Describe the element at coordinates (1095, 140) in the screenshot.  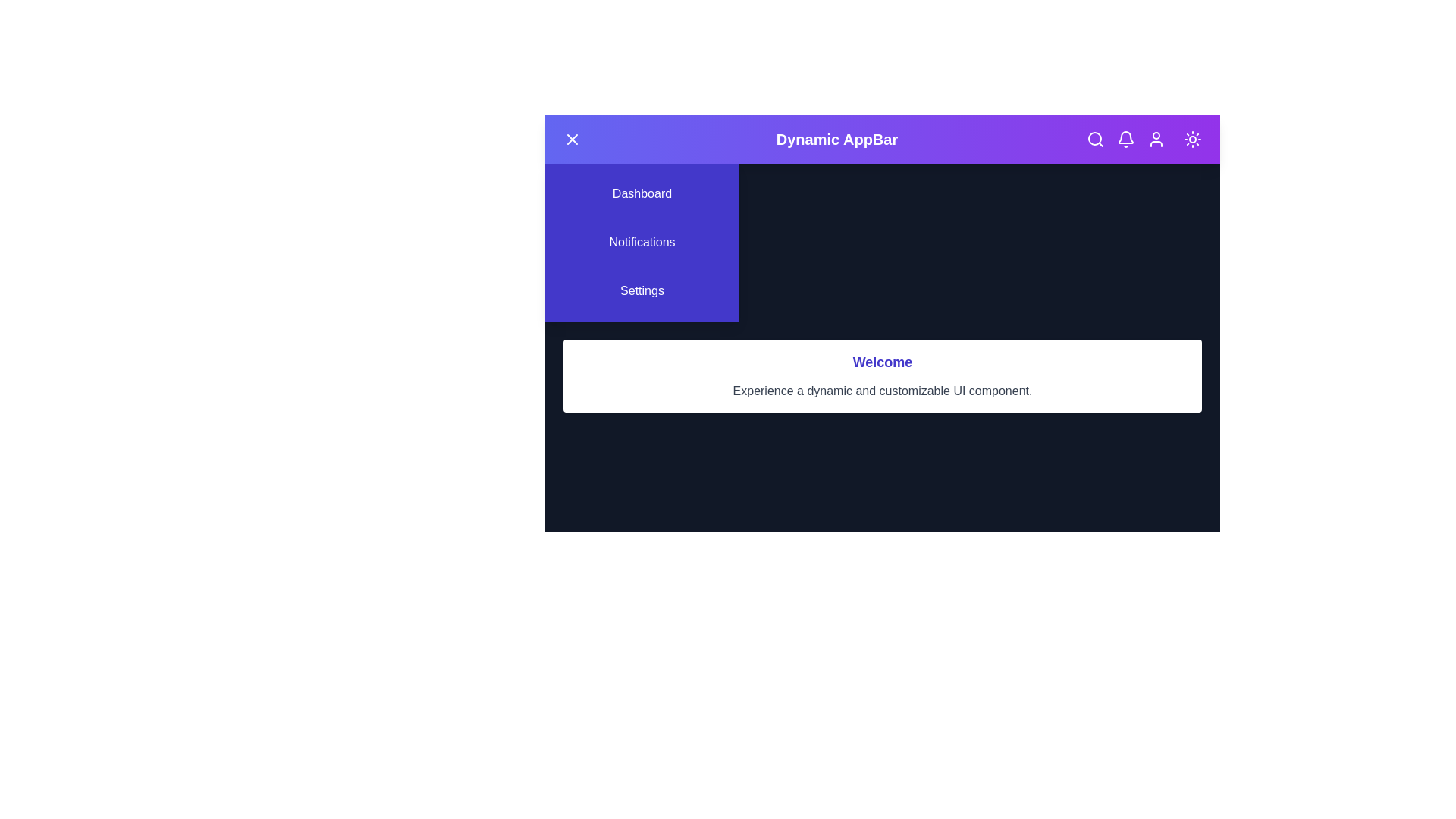
I see `the search icon in the app bar` at that location.